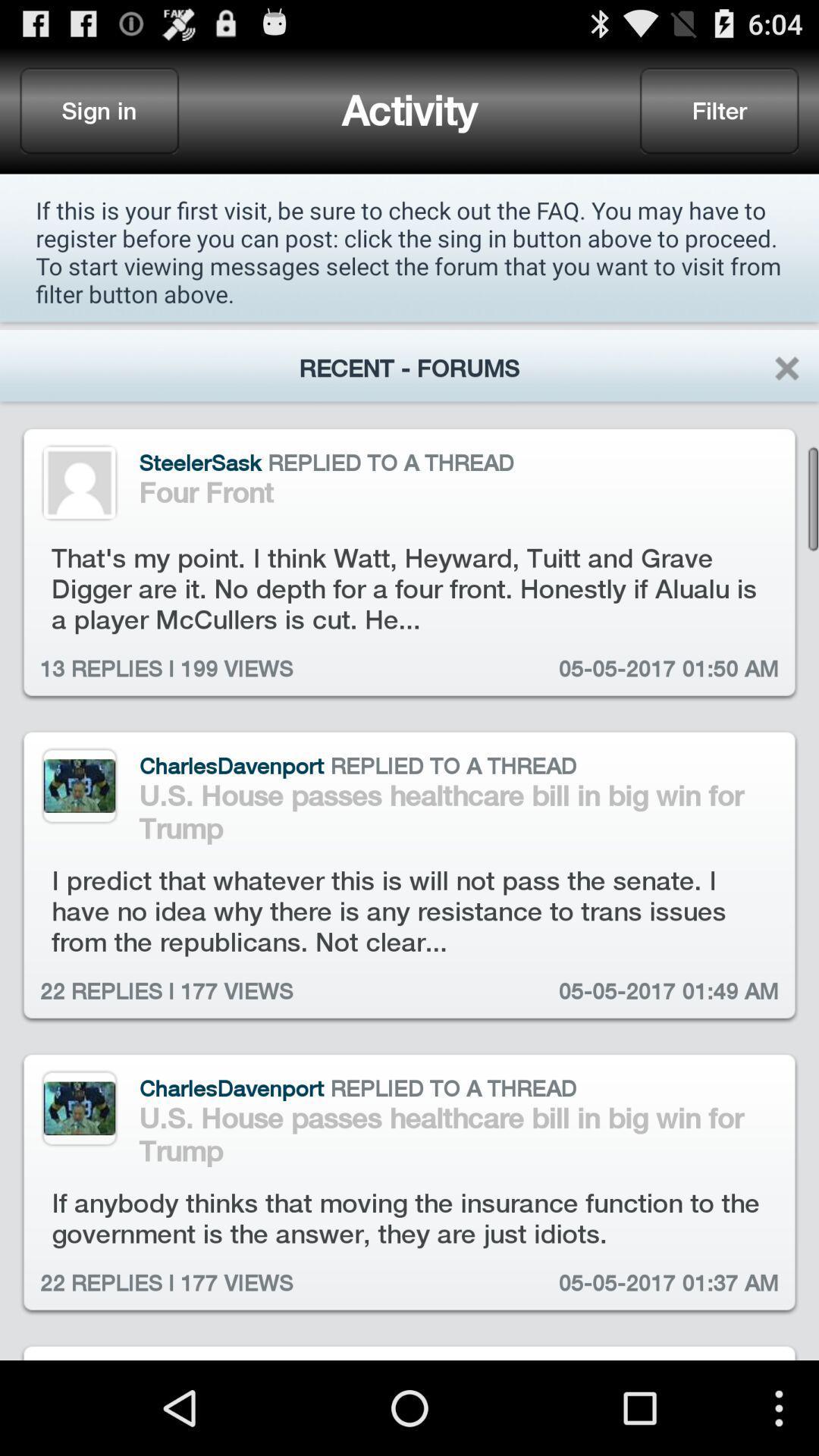 The width and height of the screenshot is (819, 1456). I want to click on click profile picture, so click(79, 1108).